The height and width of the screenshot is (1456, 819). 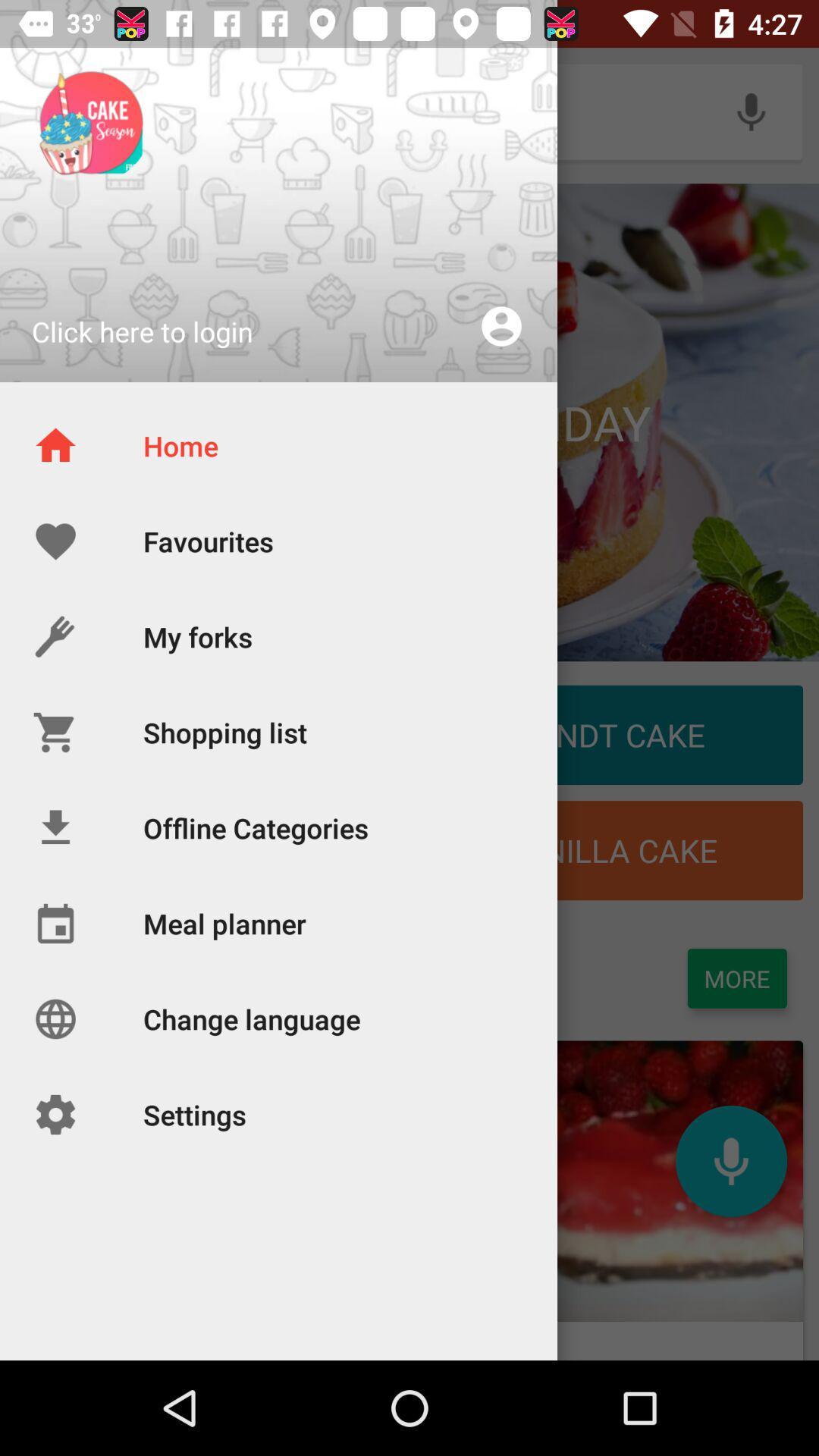 I want to click on the microphone icon, so click(x=730, y=1160).